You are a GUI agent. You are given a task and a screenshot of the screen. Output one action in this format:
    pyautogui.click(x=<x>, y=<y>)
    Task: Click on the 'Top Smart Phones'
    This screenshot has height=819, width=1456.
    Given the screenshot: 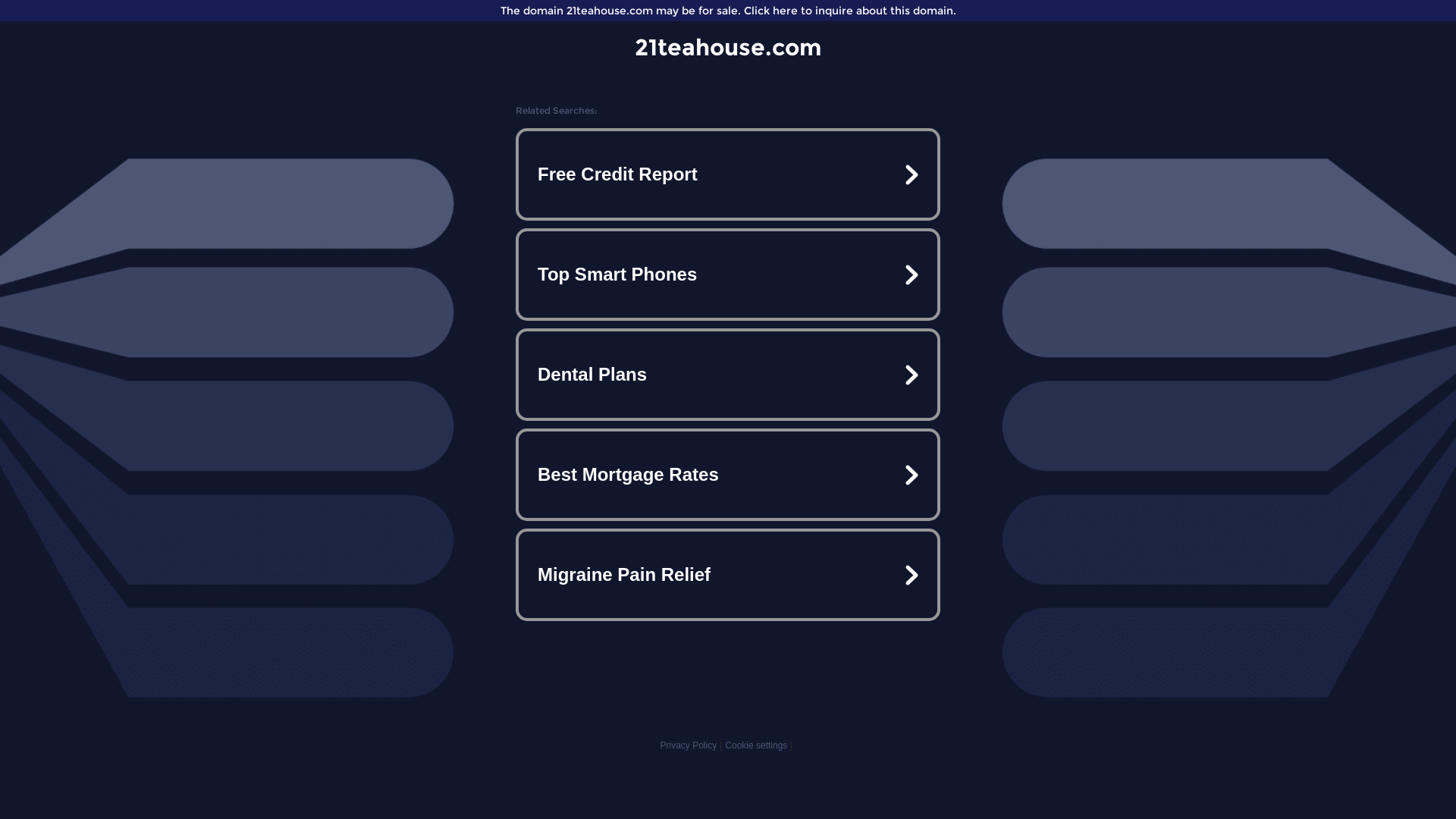 What is the action you would take?
    pyautogui.click(x=728, y=275)
    